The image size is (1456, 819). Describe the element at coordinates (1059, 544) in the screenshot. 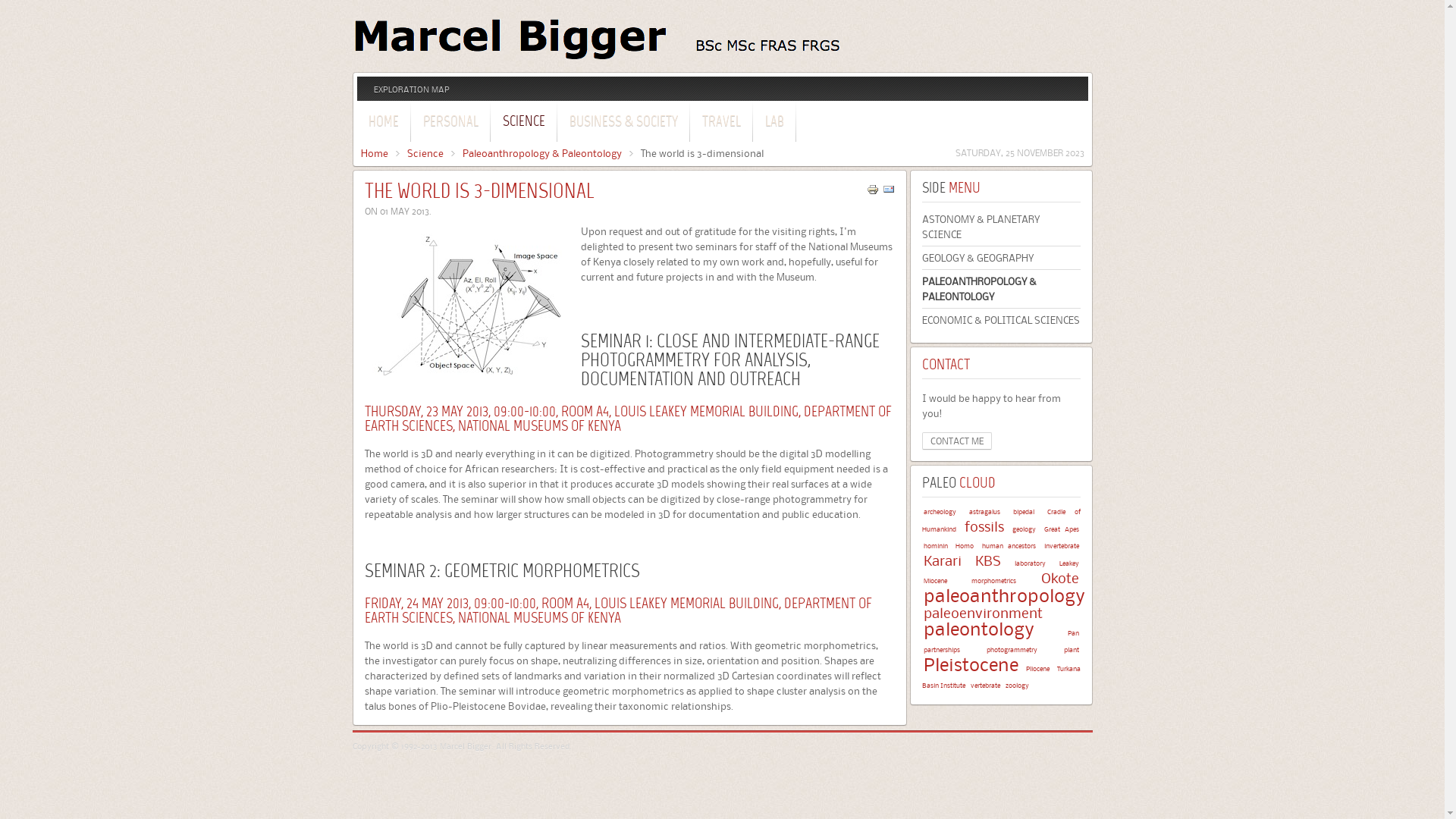

I see `'invertebrate'` at that location.